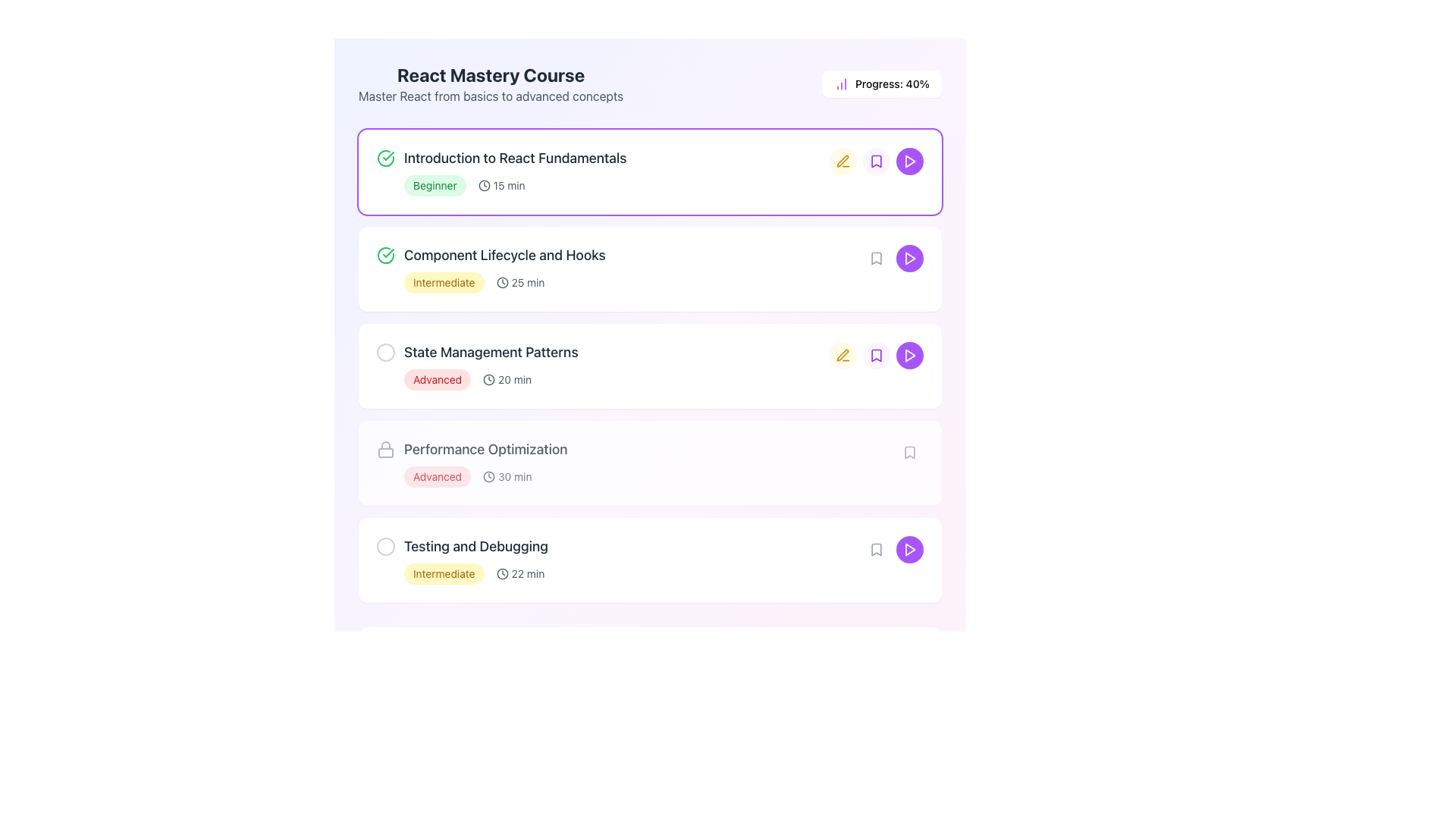 The width and height of the screenshot is (1456, 819). I want to click on the text label displaying the estimated duration of 22 minutes for the 'Testing and Debugging' course located next to the clock icon in the 'React Mastery Course' interface to note down the duration, so click(528, 573).